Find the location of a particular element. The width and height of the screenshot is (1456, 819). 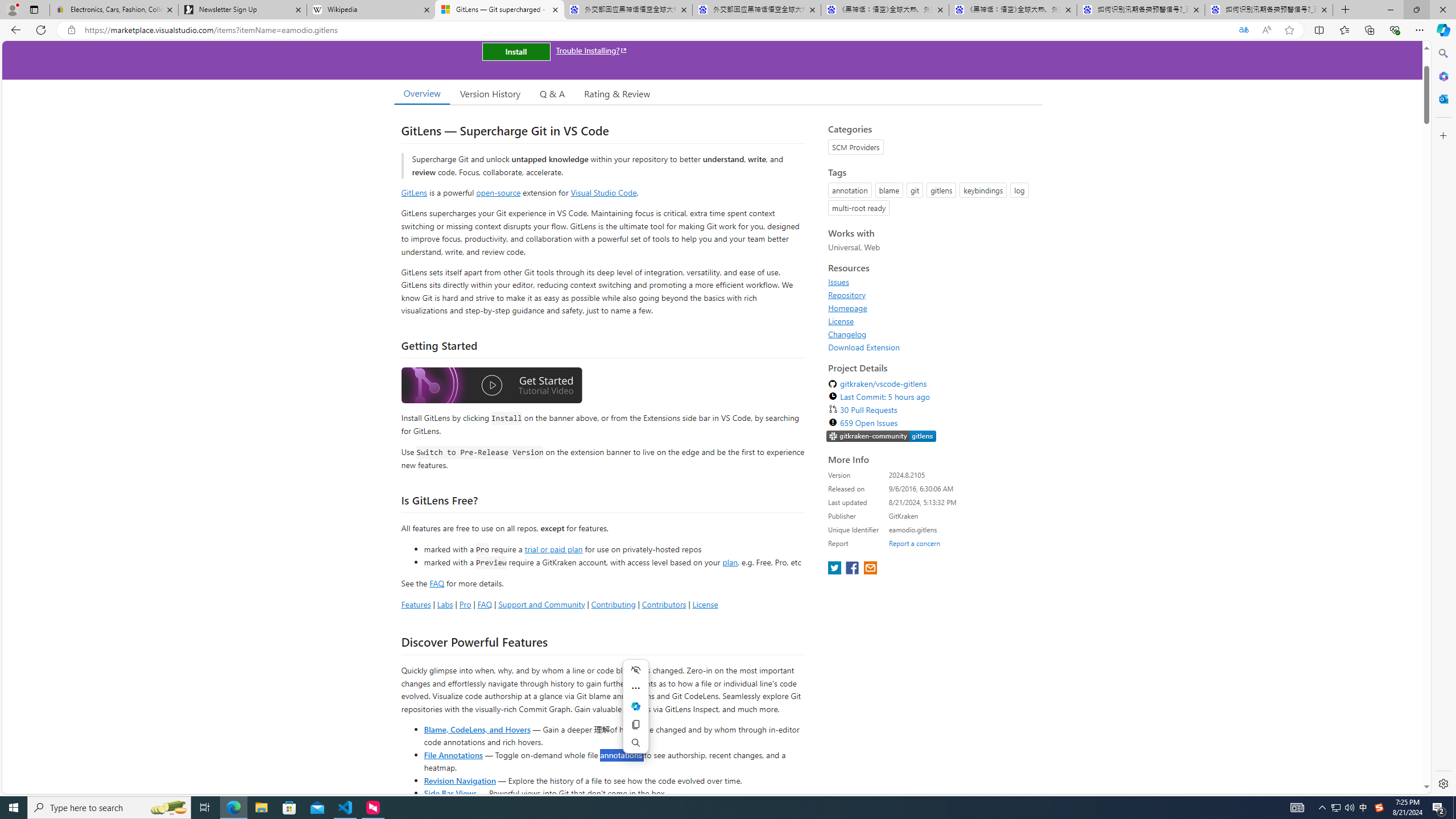

'Copy' is located at coordinates (635, 725).